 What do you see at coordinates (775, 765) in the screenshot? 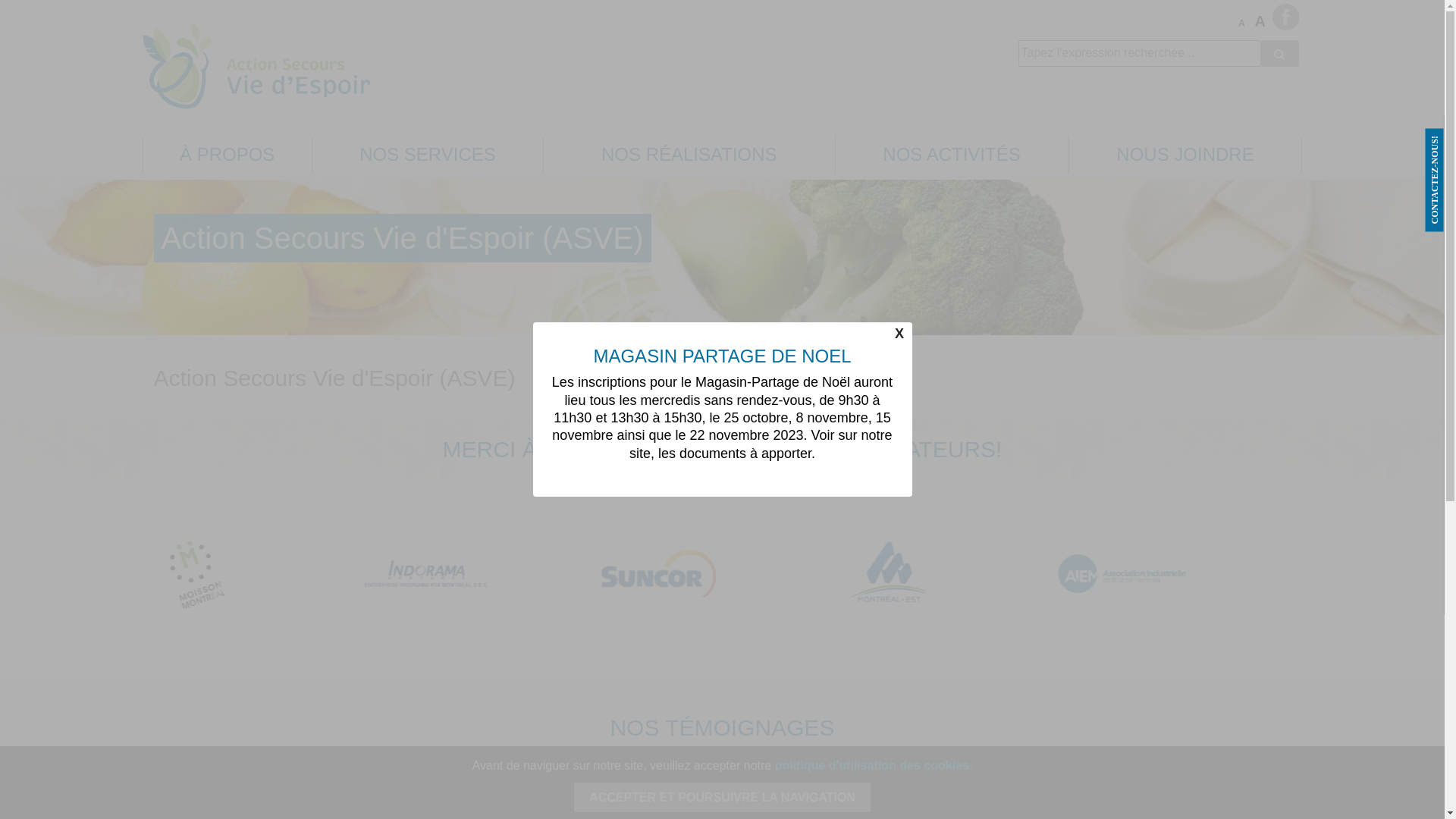
I see `'politique d'utilisation des cookies.'` at bounding box center [775, 765].